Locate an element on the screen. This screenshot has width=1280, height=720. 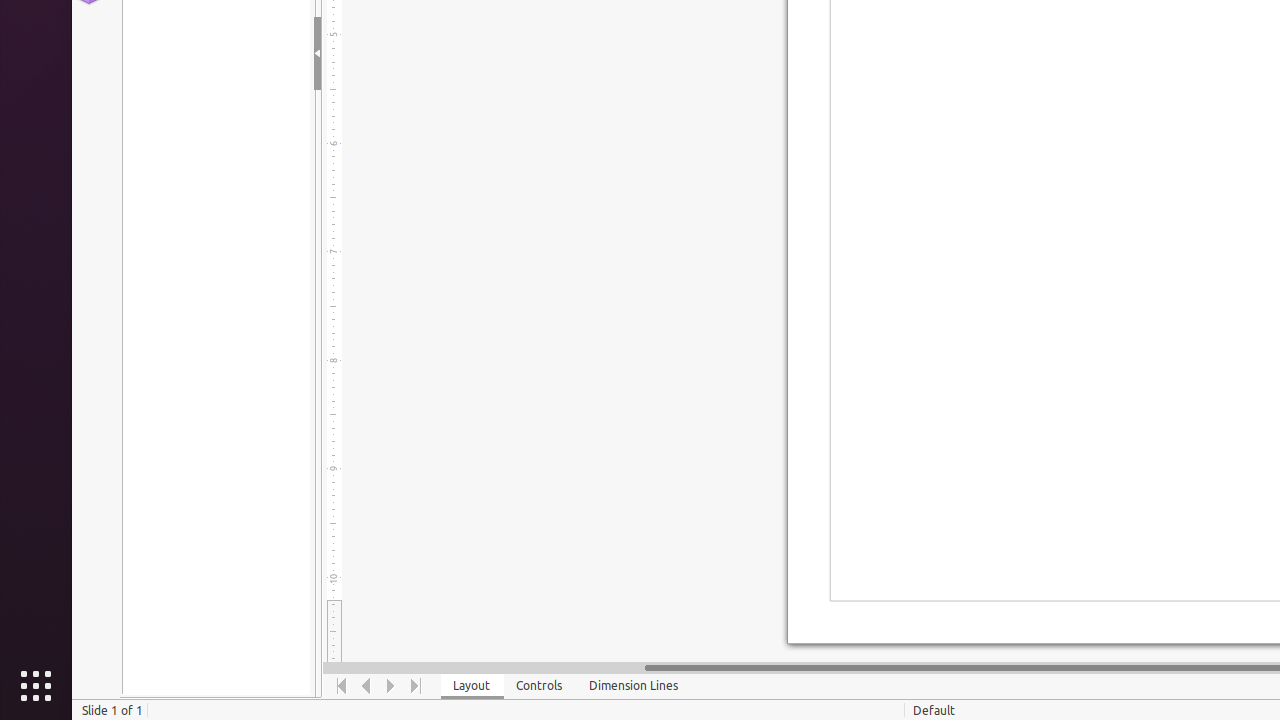
'Move Left' is located at coordinates (366, 685).